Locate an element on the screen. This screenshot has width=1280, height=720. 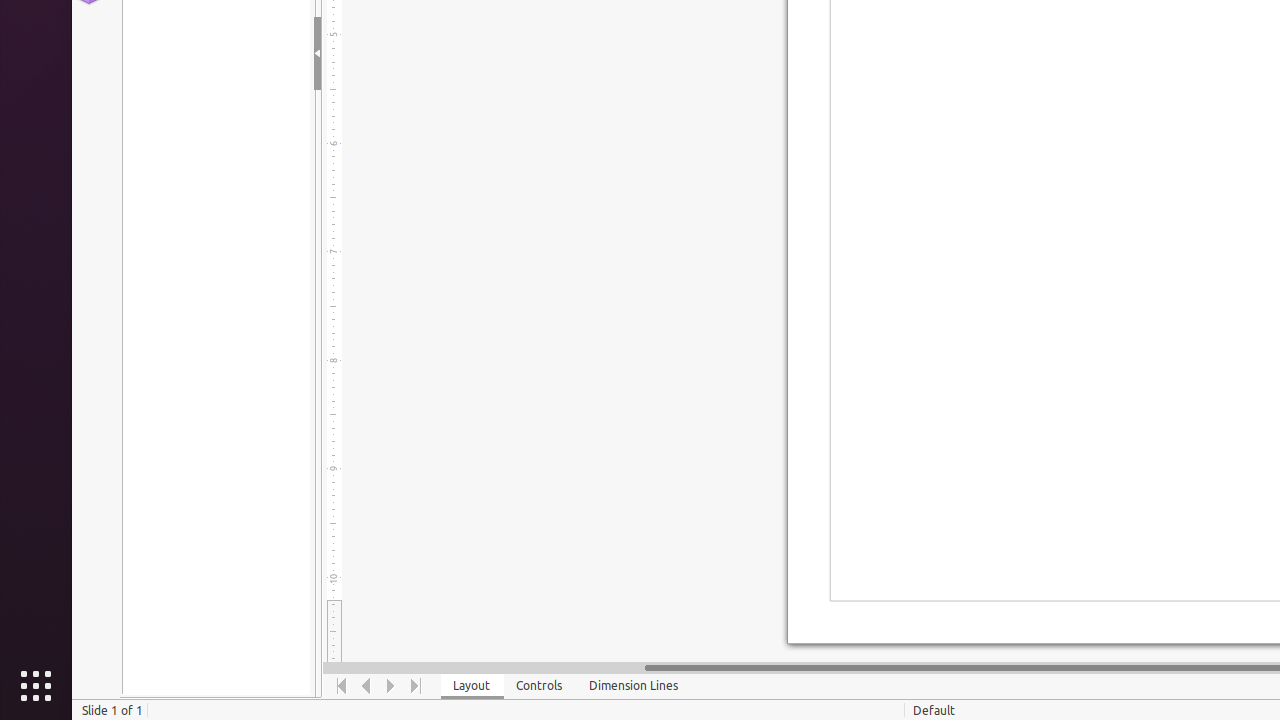
'Move Left' is located at coordinates (366, 685).